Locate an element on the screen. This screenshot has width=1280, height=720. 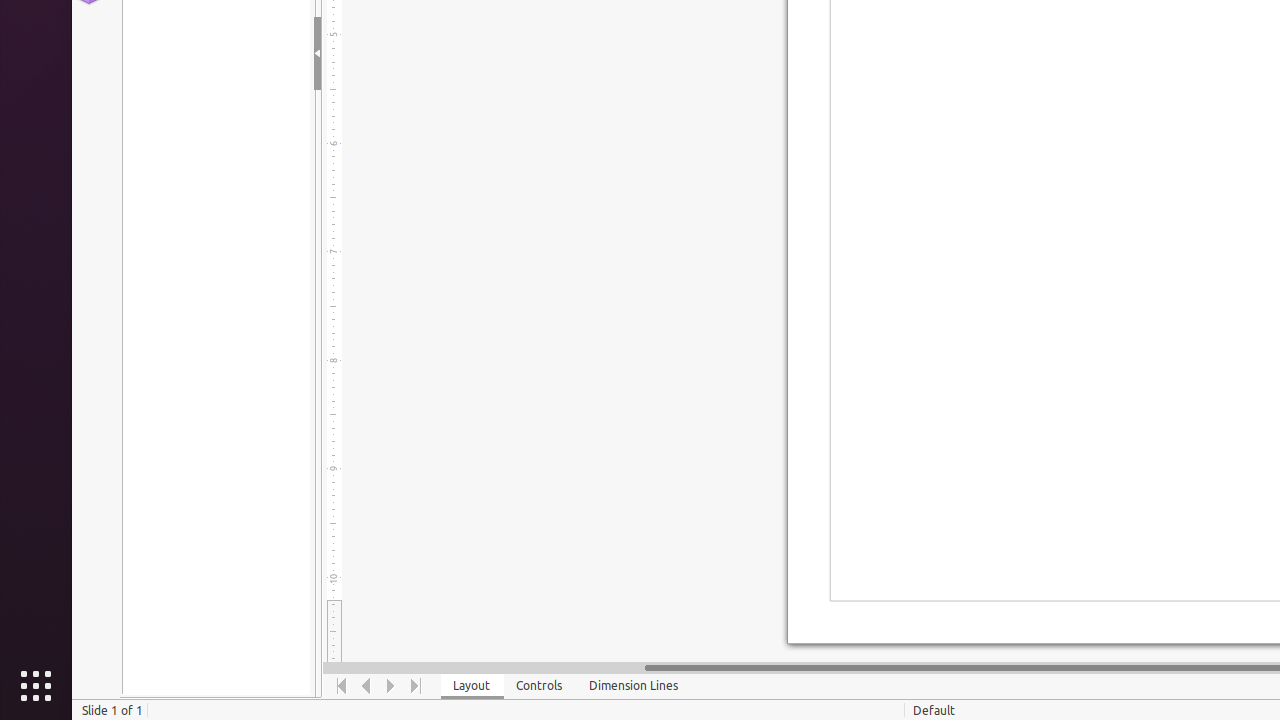
'Move Left' is located at coordinates (366, 685).